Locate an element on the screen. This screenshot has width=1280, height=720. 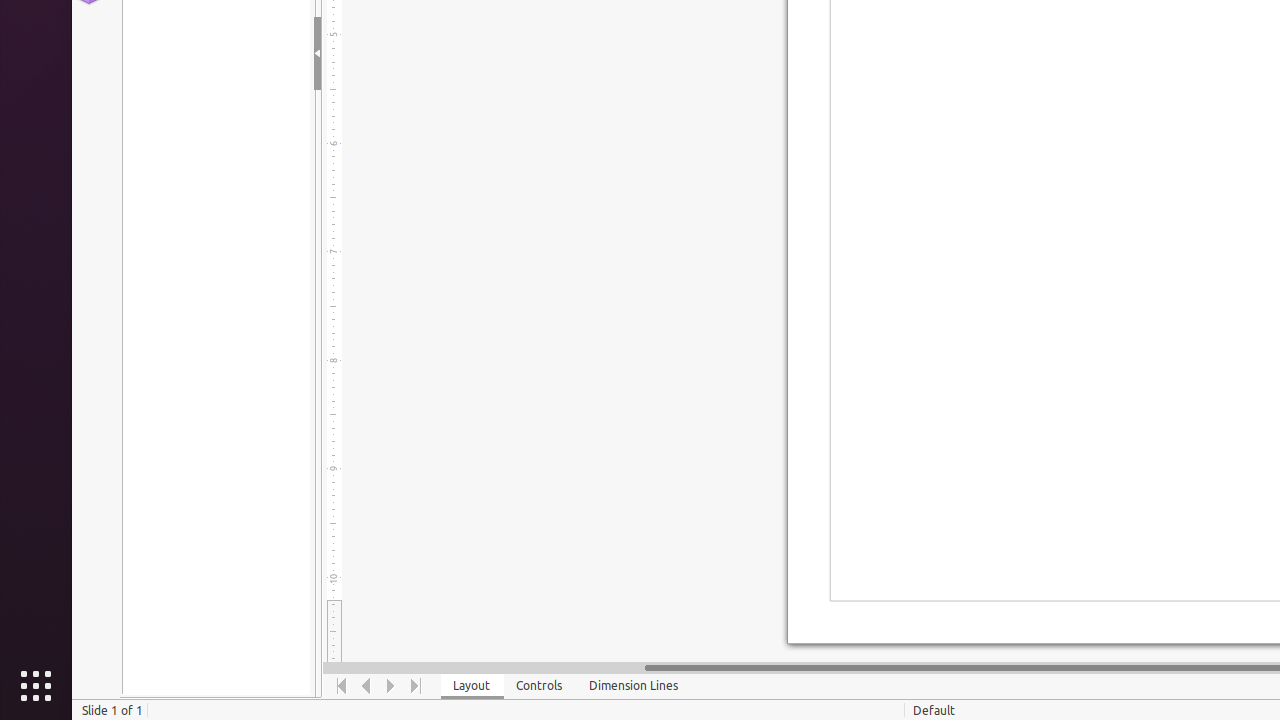
'Move Left' is located at coordinates (366, 685).